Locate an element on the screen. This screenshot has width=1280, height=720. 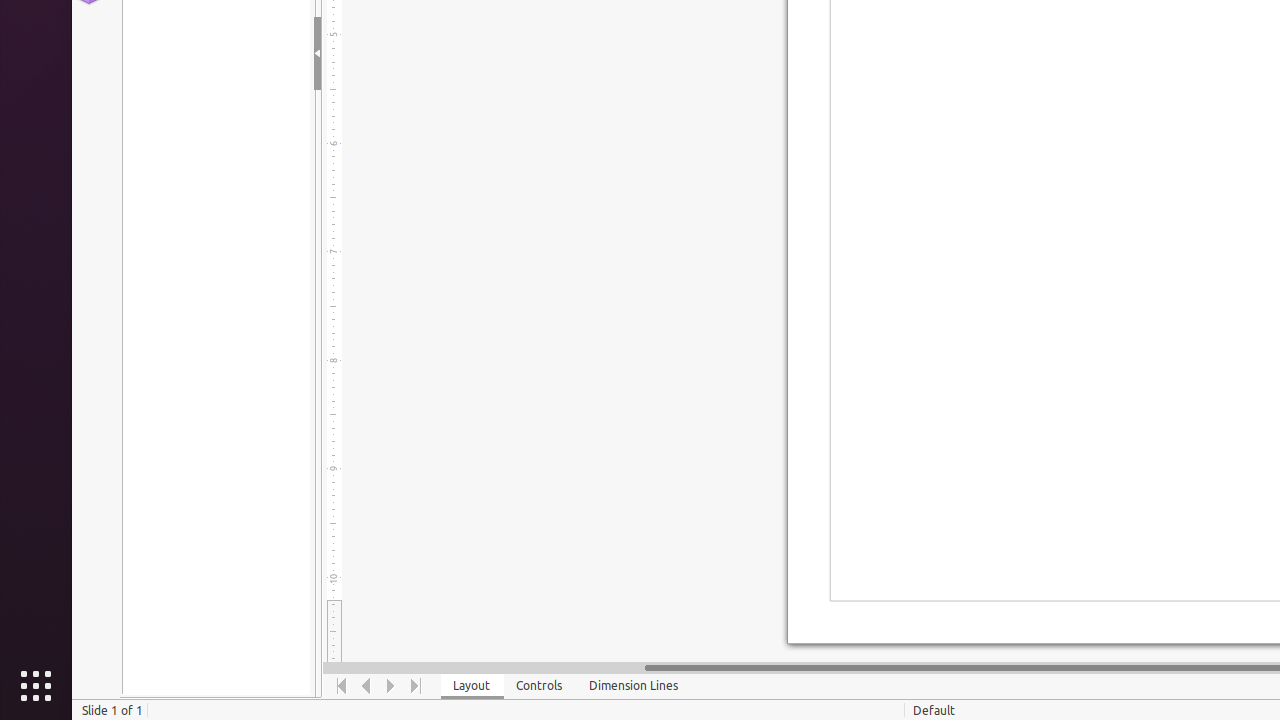
'Move Left' is located at coordinates (366, 685).